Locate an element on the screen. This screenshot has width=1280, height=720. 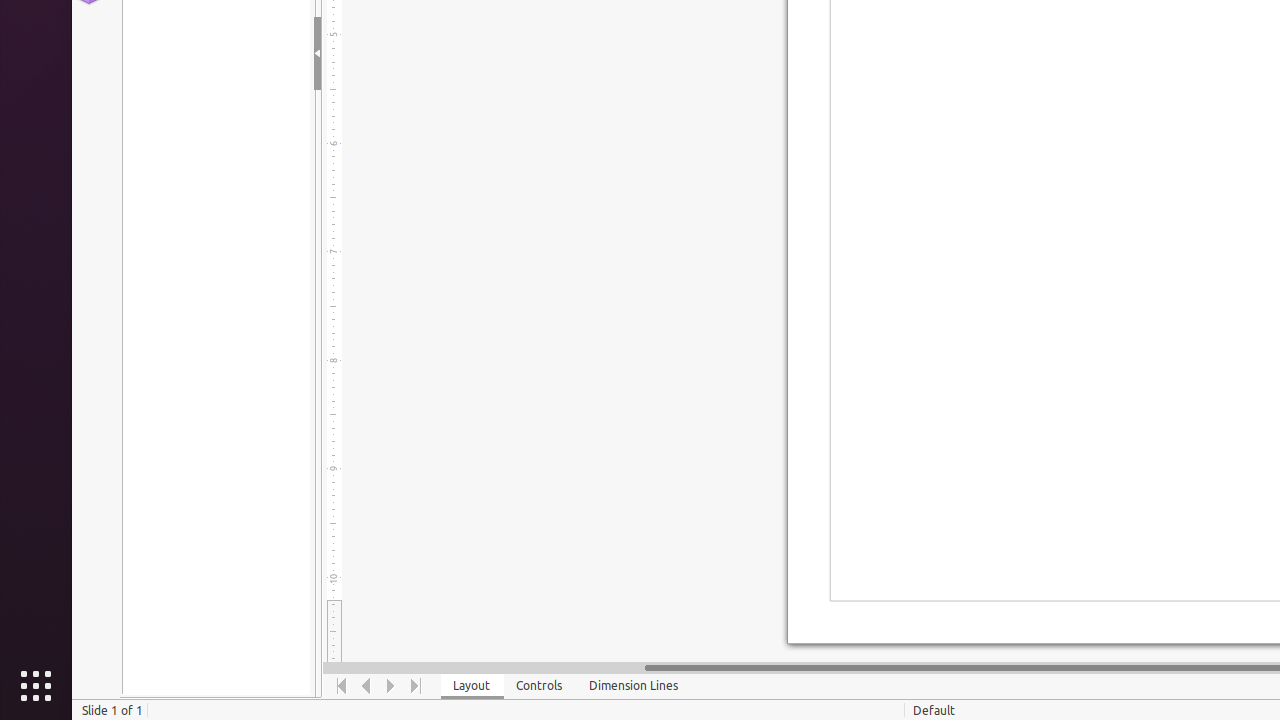
'Move Left' is located at coordinates (366, 685).